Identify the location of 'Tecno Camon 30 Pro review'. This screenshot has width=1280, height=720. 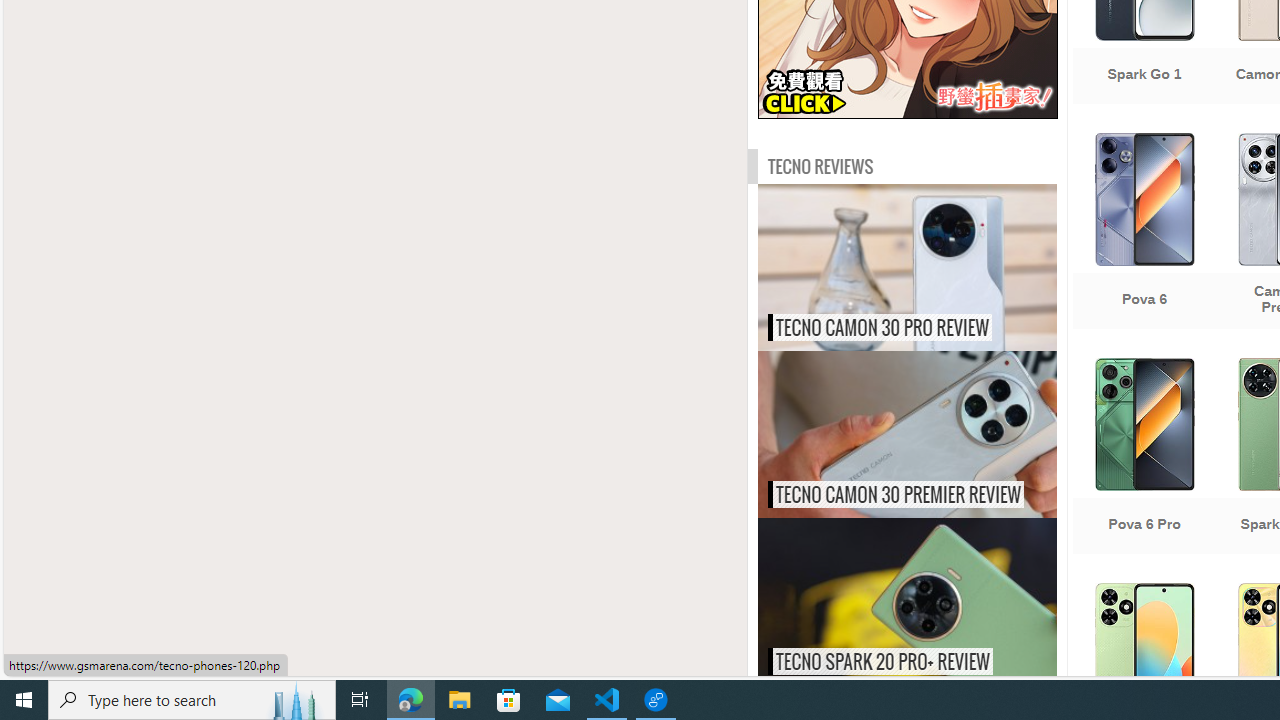
(948, 266).